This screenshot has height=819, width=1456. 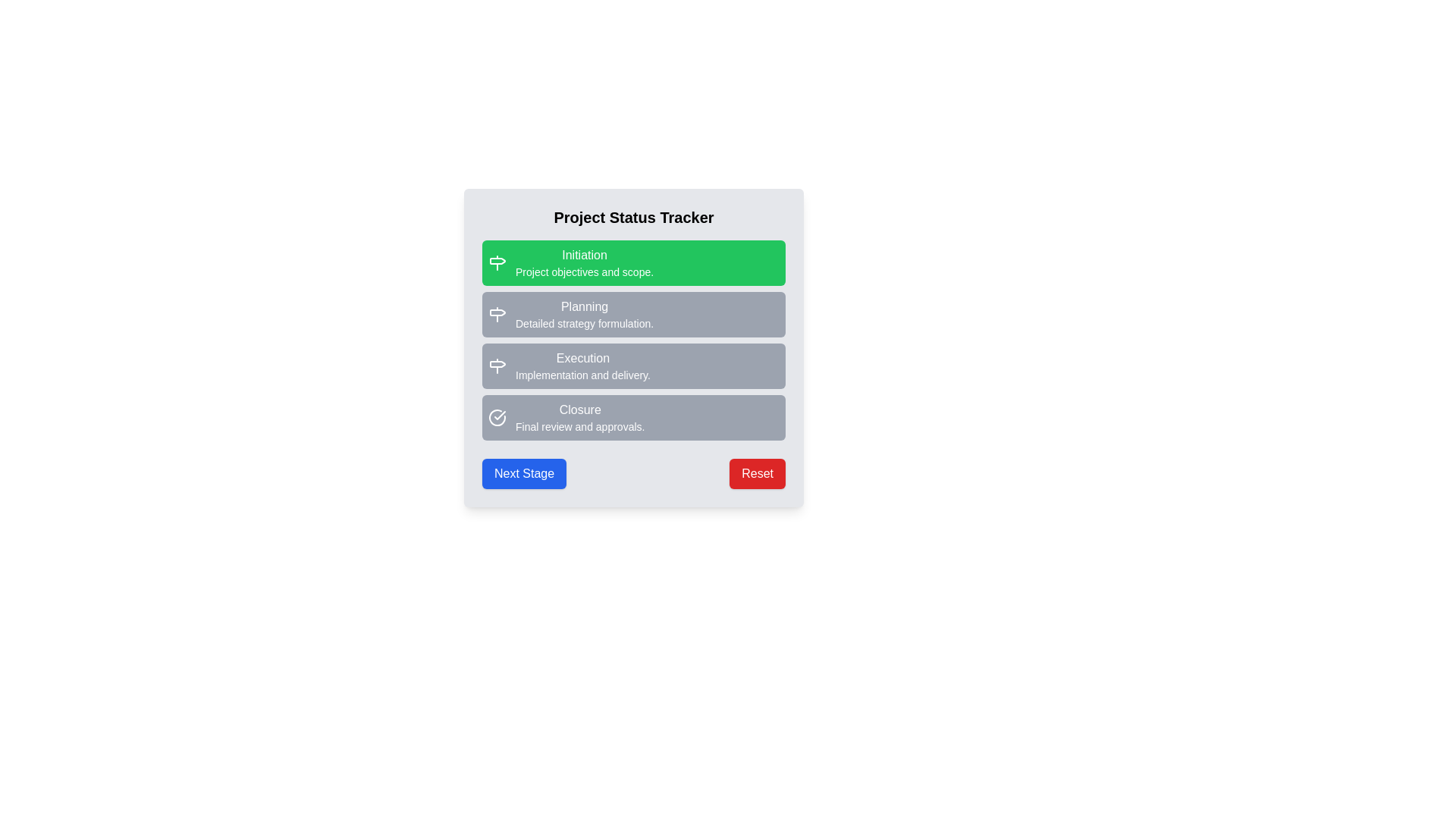 What do you see at coordinates (633, 348) in the screenshot?
I see `the 'Execution' phase label in the project status tracker, which is the third item in the vertical list under the 'Project Status Tracker' heading` at bounding box center [633, 348].